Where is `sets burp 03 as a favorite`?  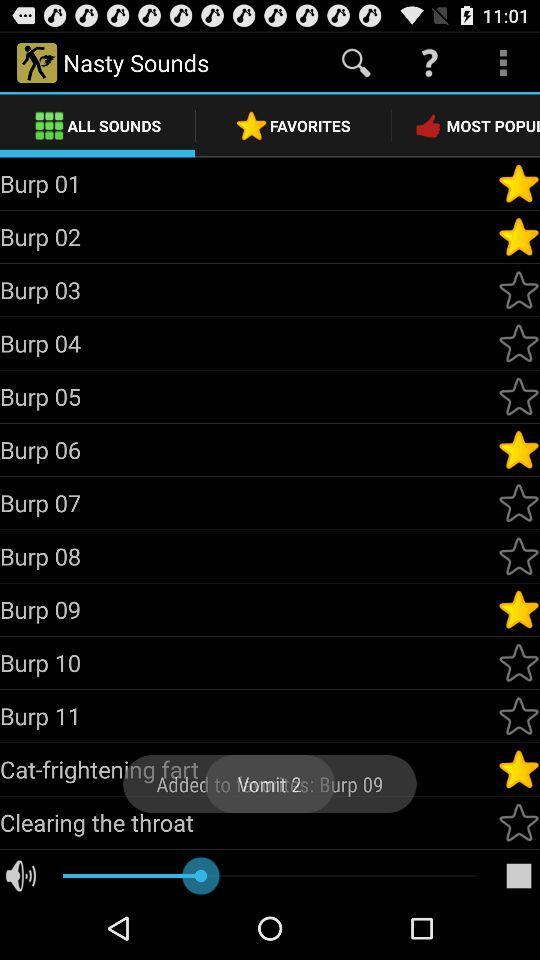 sets burp 03 as a favorite is located at coordinates (518, 289).